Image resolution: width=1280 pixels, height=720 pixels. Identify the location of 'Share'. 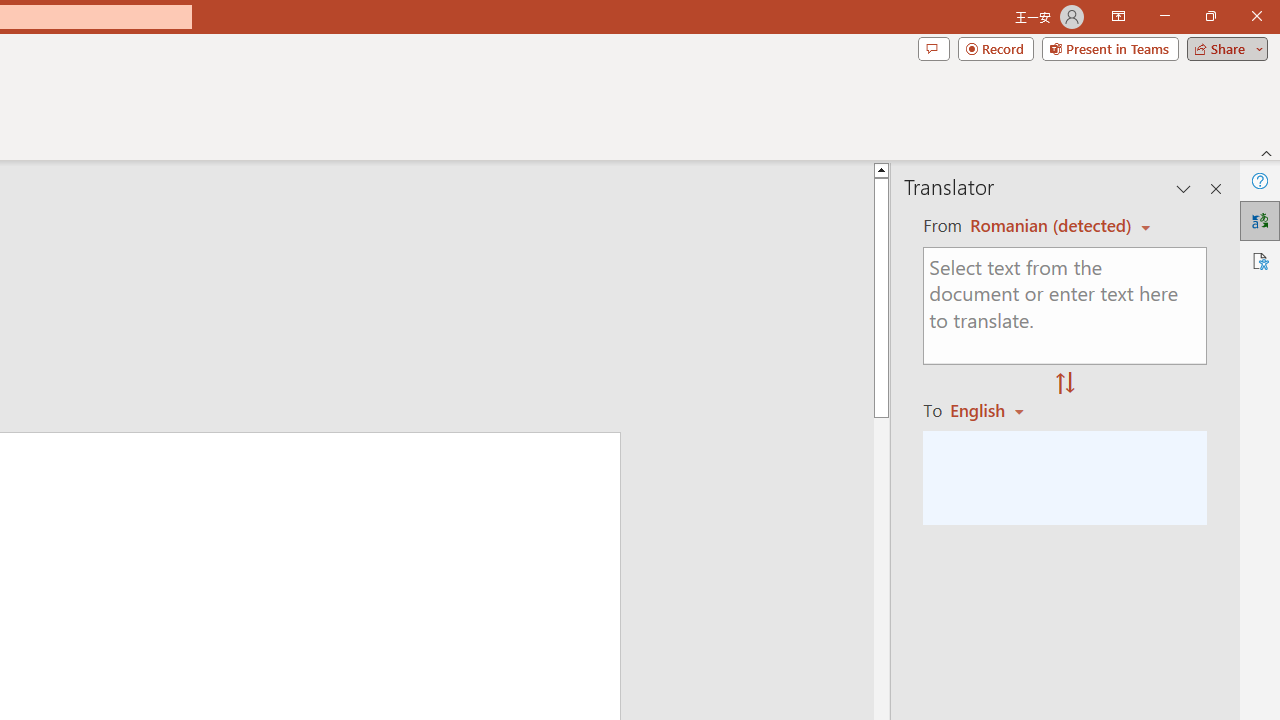
(1222, 47).